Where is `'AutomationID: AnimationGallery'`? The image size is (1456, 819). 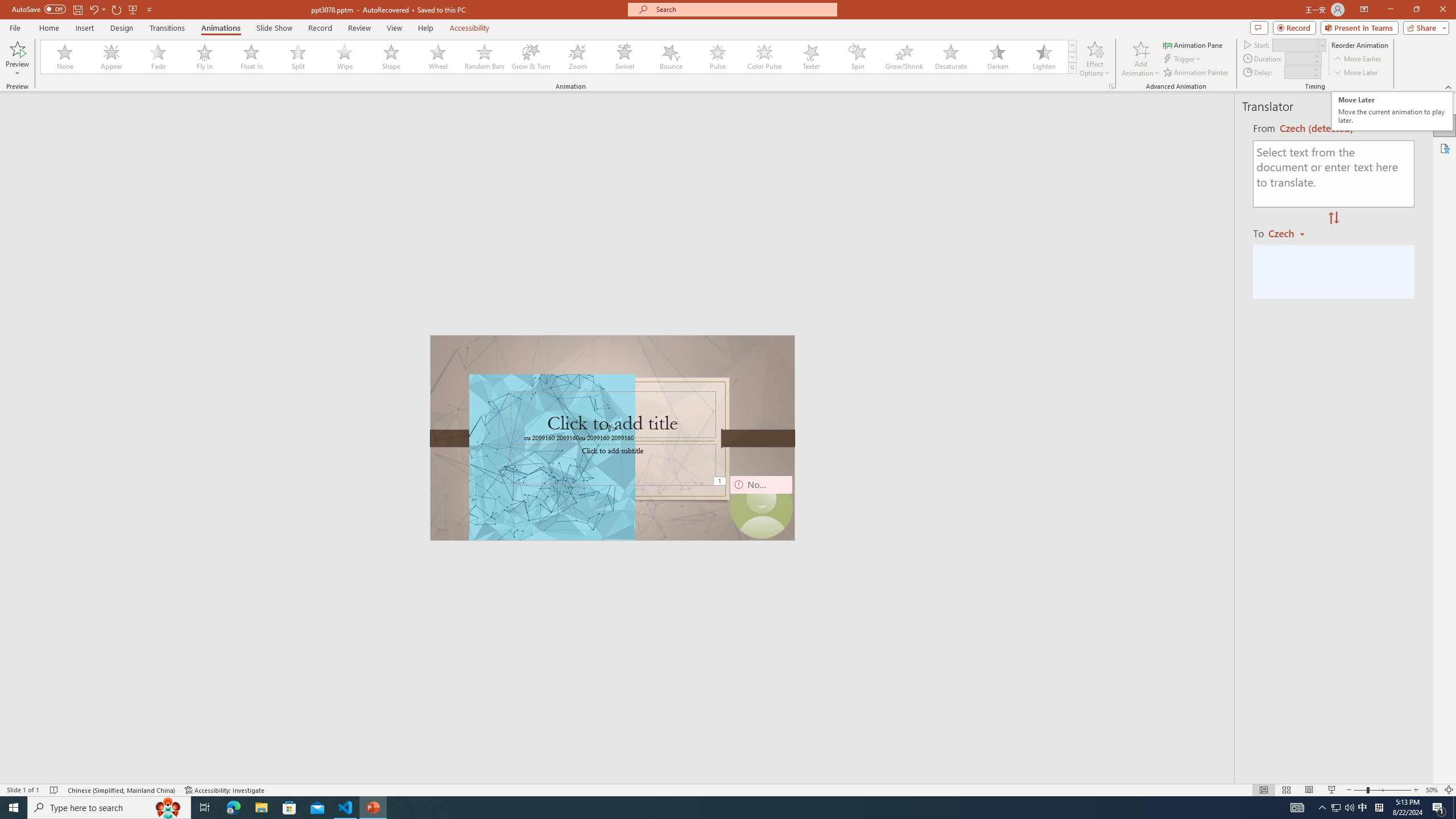 'AutomationID: AnimationGallery' is located at coordinates (559, 56).